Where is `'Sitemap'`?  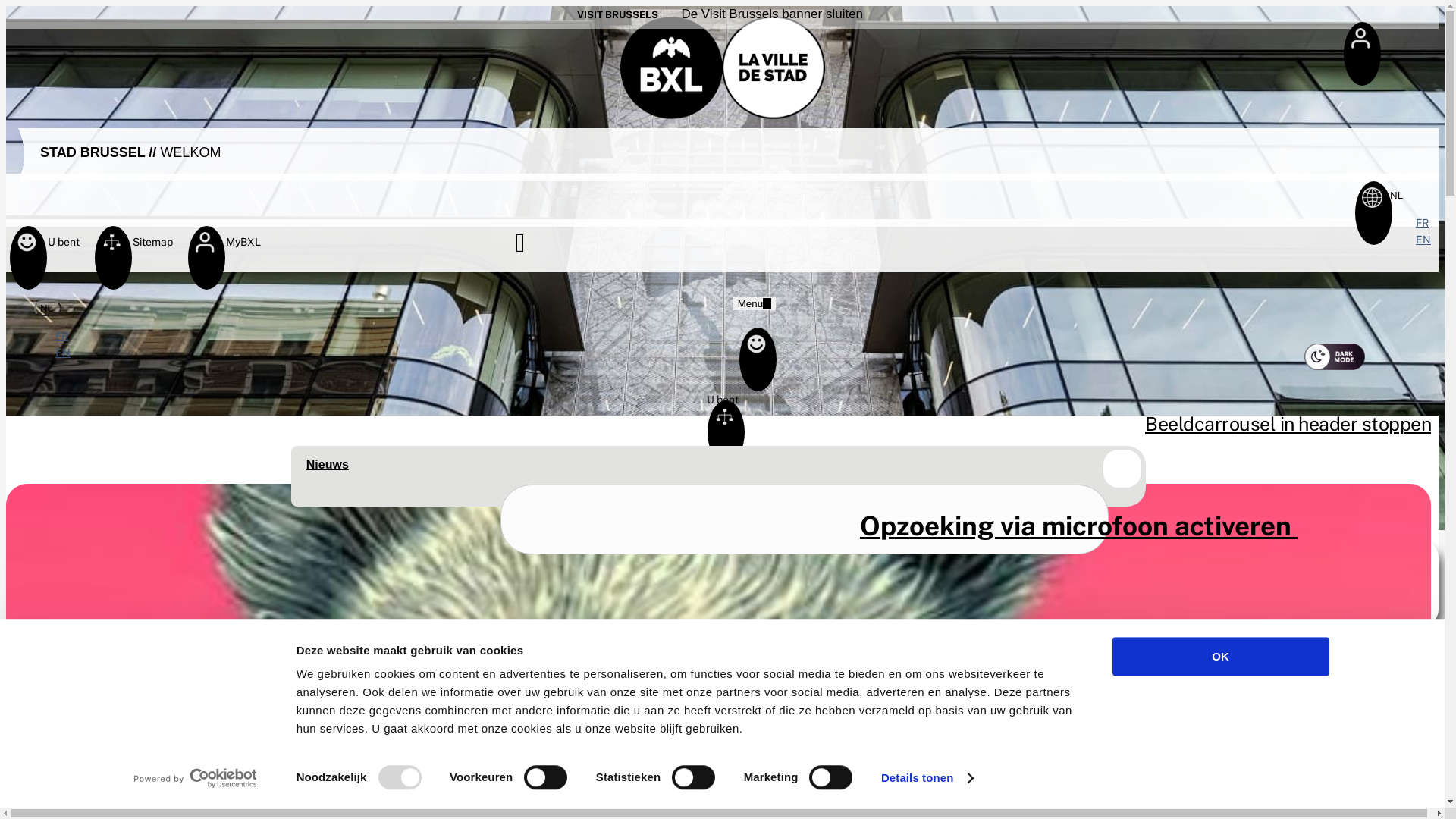
'Sitemap' is located at coordinates (90, 247).